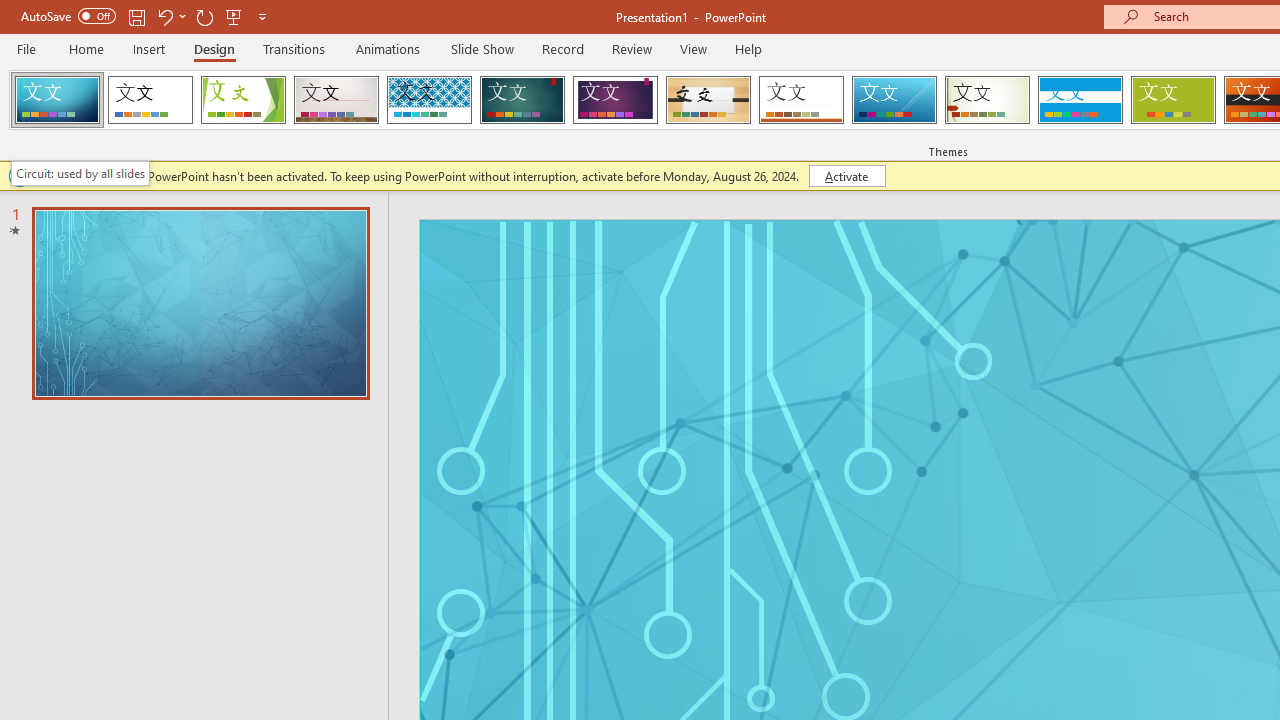 This screenshot has width=1280, height=720. I want to click on 'Circuit: used by all slides', so click(80, 172).